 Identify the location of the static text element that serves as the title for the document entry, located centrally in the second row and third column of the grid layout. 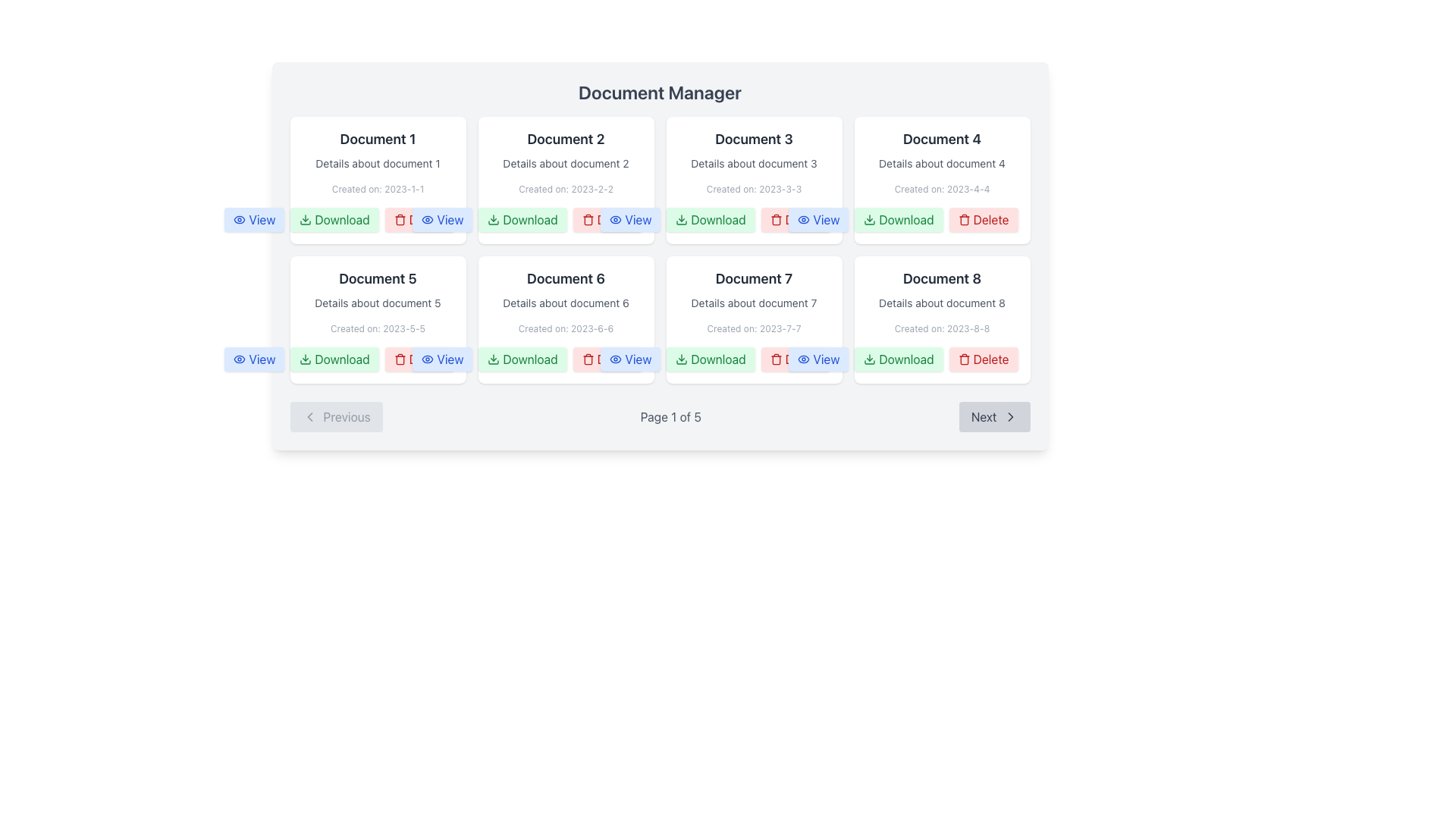
(754, 278).